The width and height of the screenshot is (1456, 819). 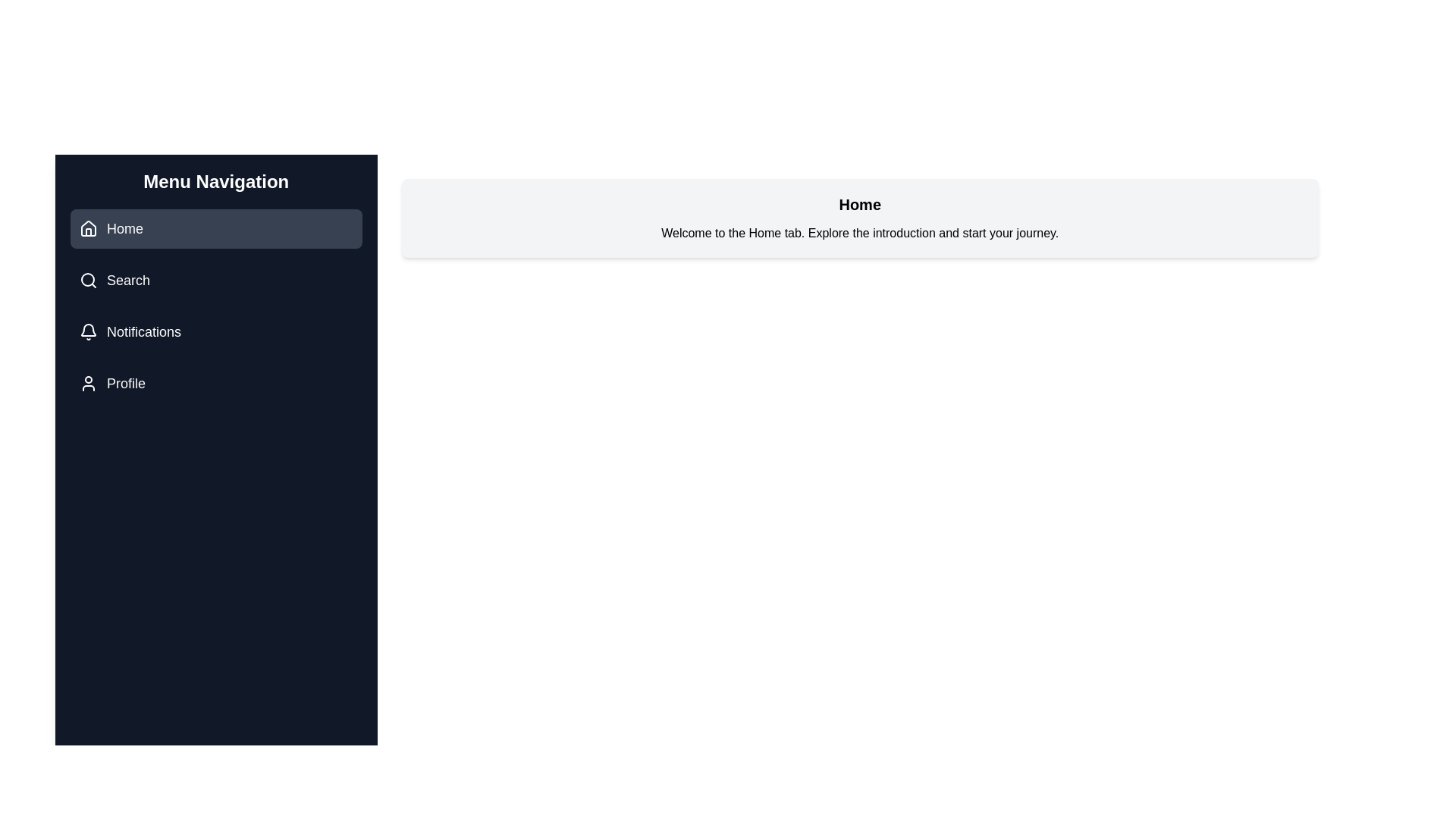 I want to click on the tab labeled Profile to view its content, so click(x=215, y=382).